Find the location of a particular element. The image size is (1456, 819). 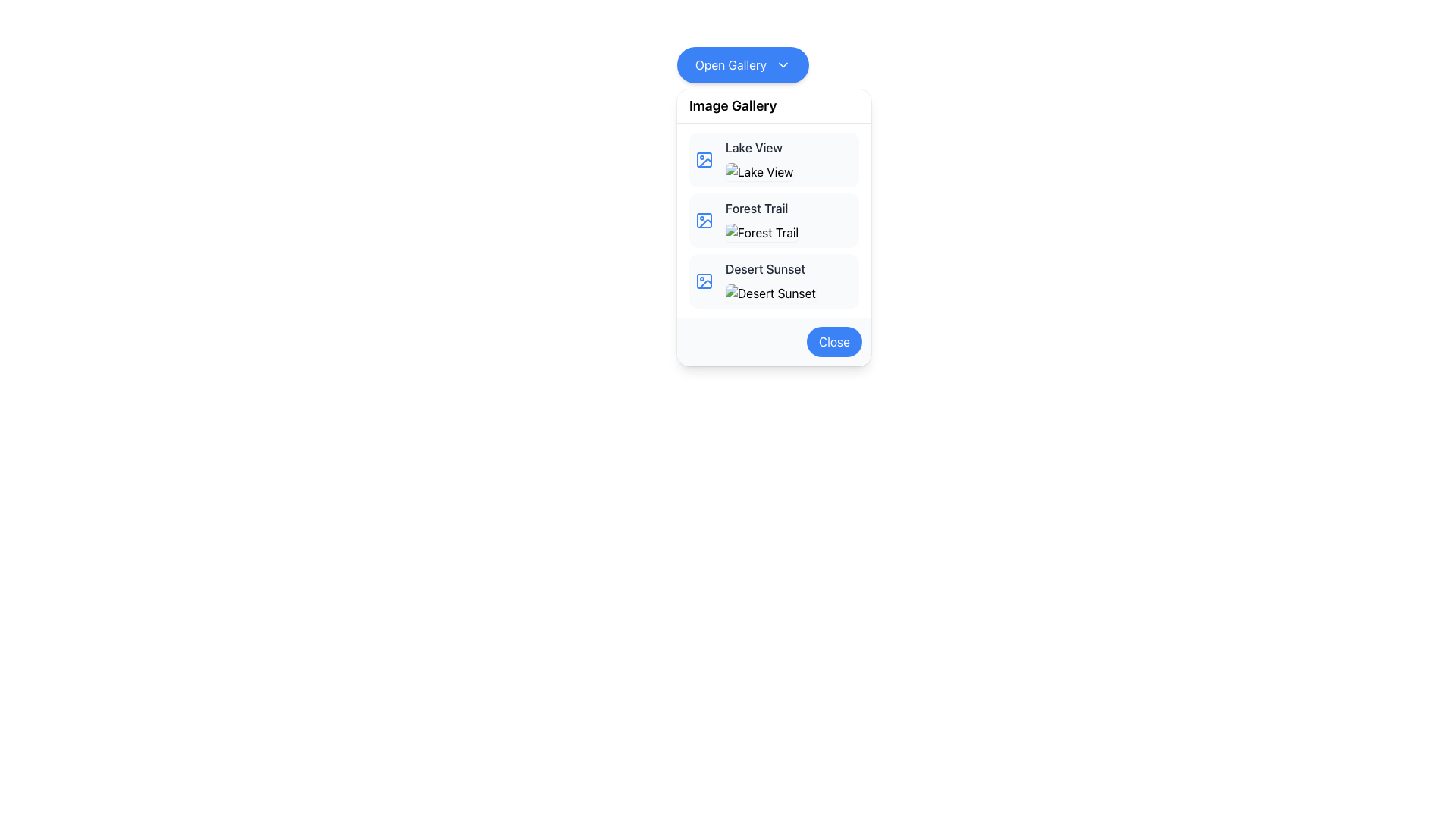

the text label displaying 'Desert Sunset' in the Image Gallery popup, located as the third item in the list is located at coordinates (770, 268).